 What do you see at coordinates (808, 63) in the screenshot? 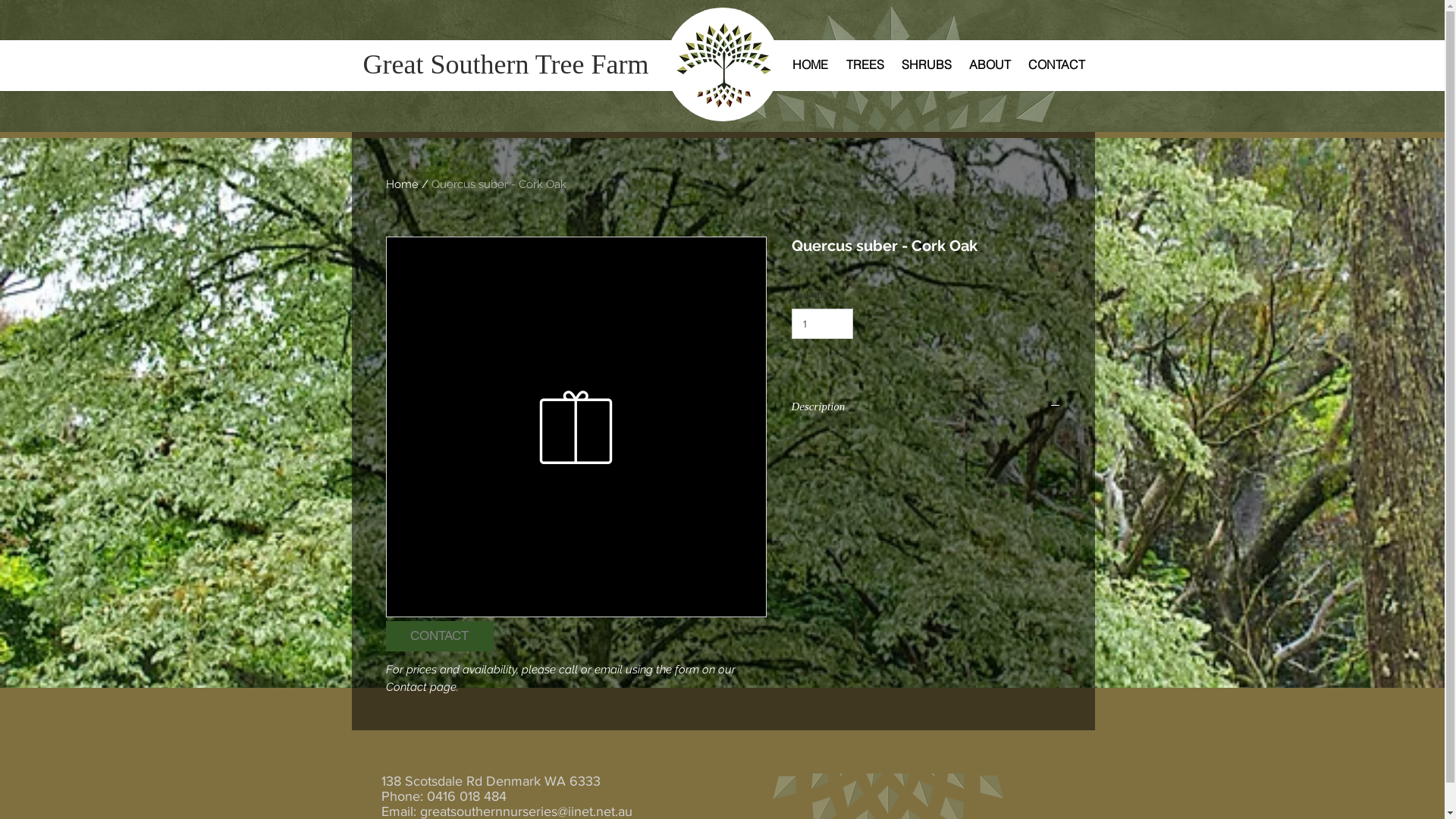
I see `'HOME'` at bounding box center [808, 63].